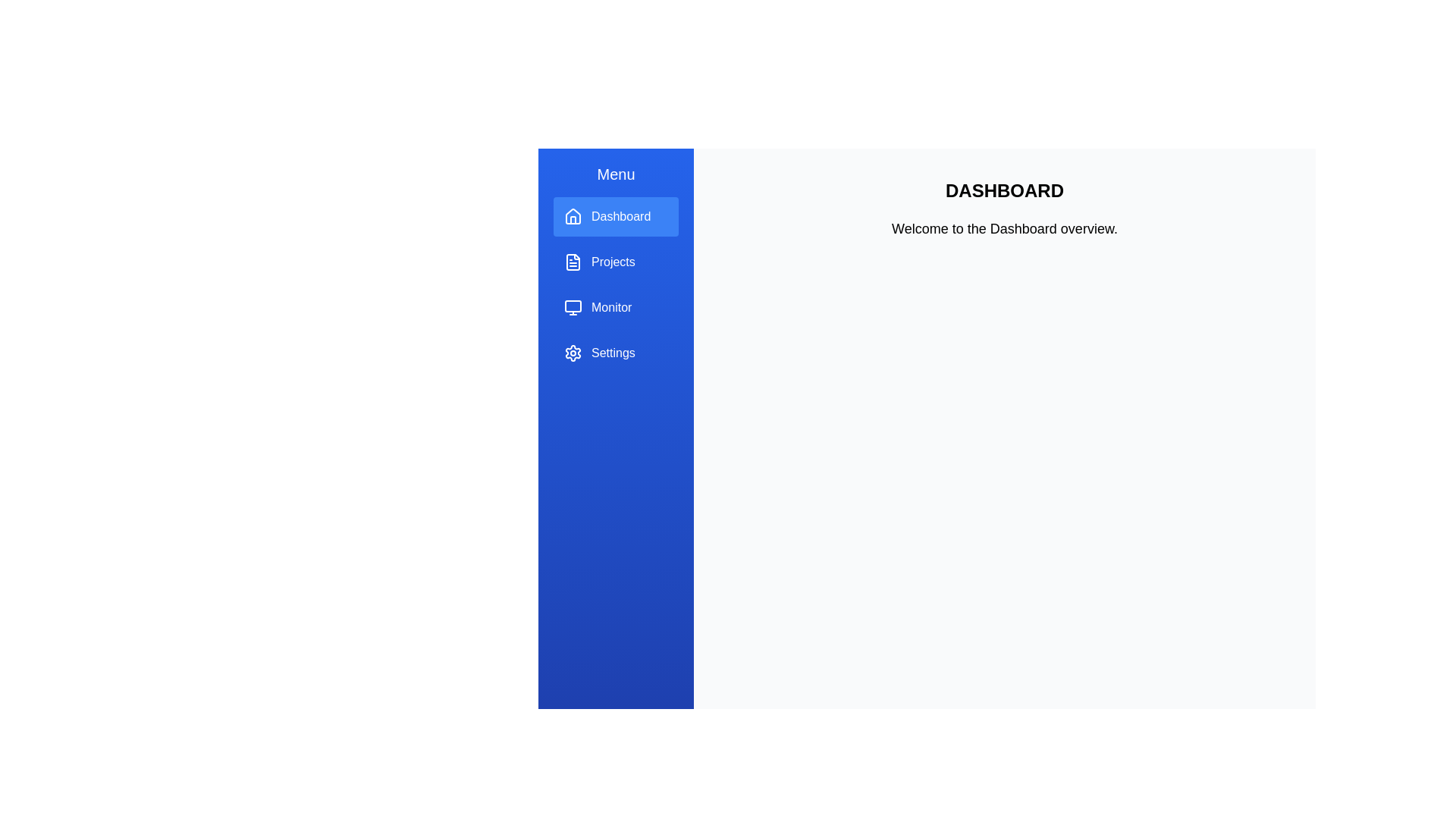  Describe the element at coordinates (613, 353) in the screenshot. I see `the 'Settings' text label in the blue sidebar` at that location.